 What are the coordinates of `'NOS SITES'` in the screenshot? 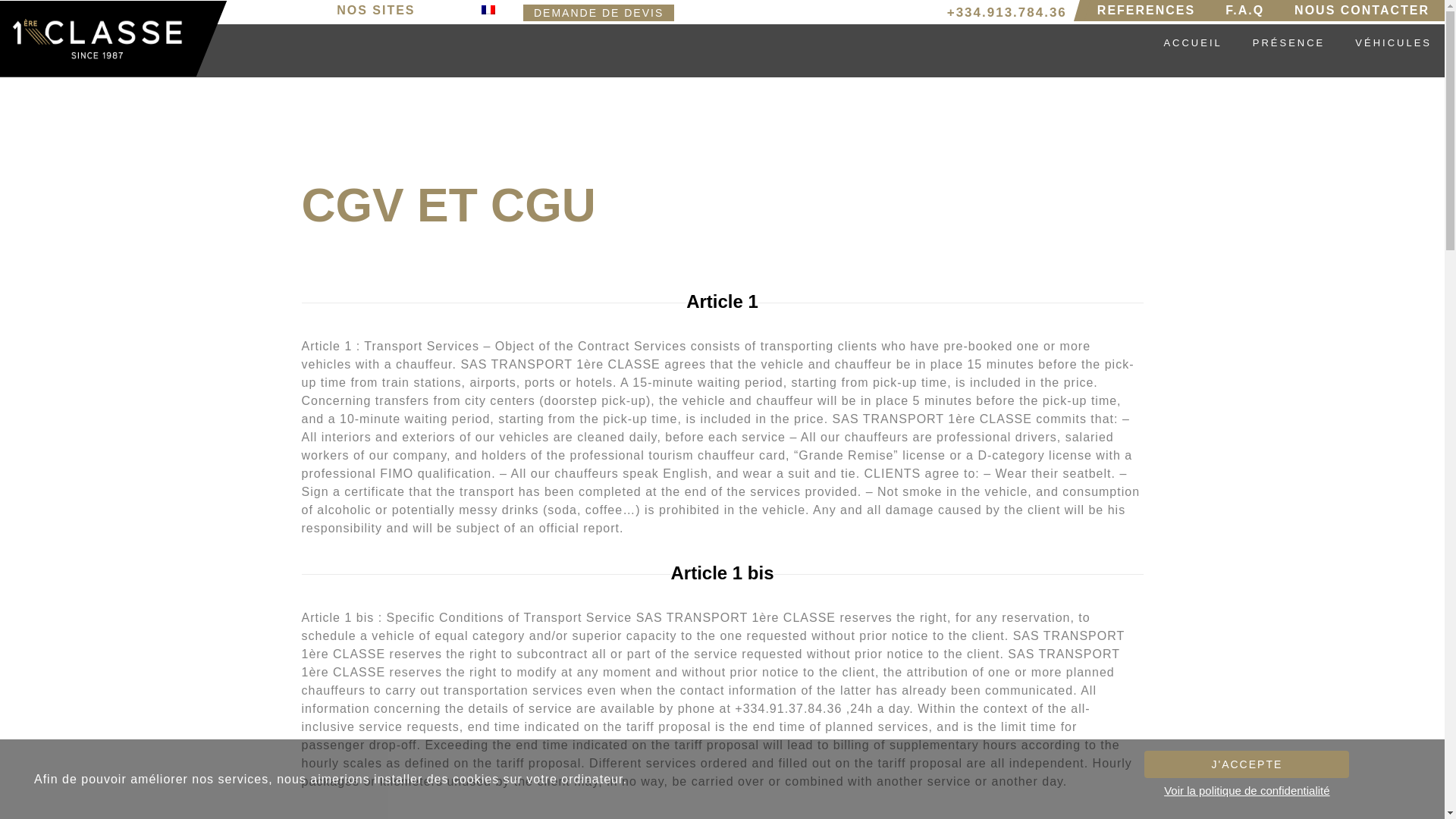 It's located at (379, 11).